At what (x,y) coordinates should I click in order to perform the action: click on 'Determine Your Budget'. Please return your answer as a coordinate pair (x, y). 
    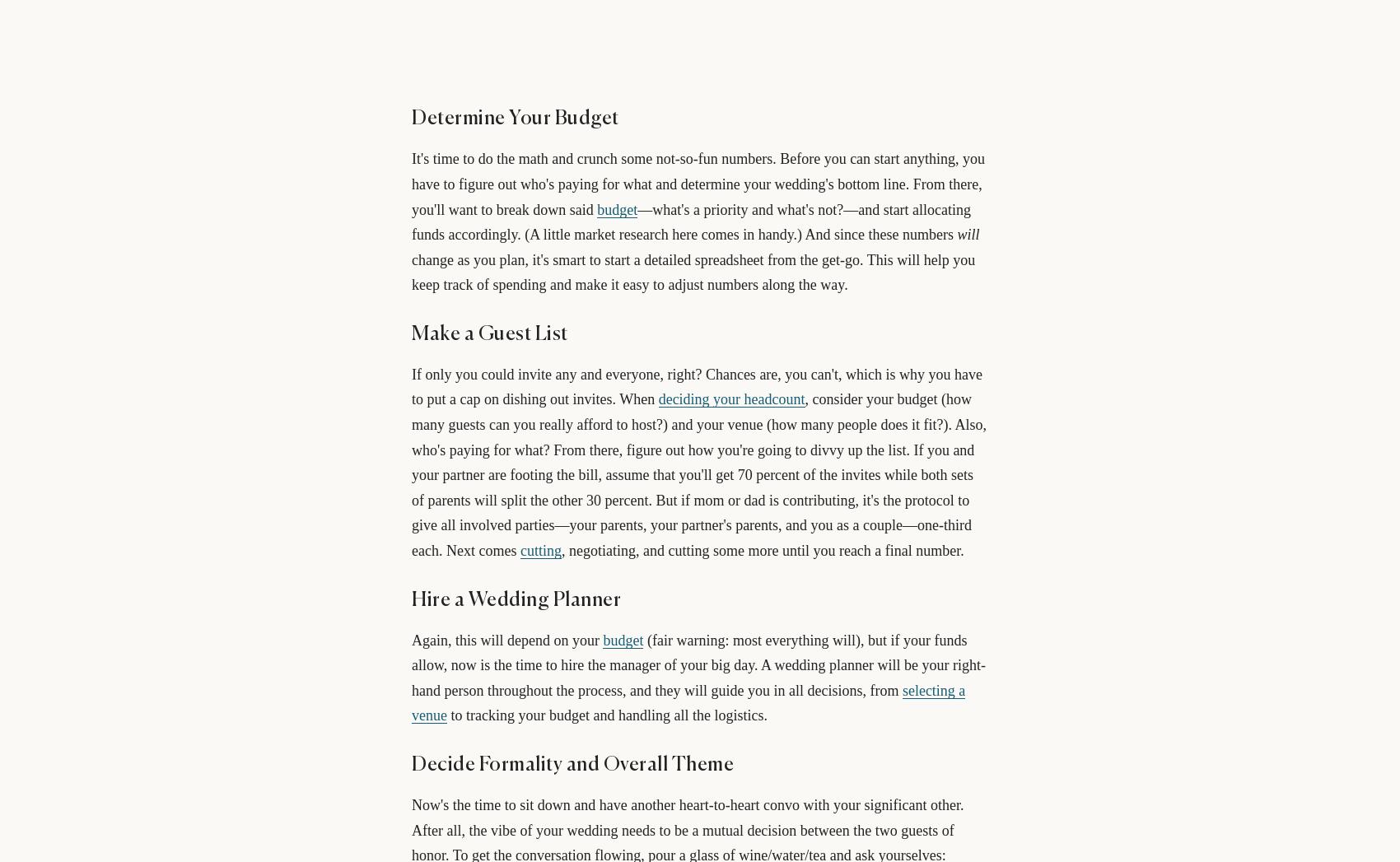
    Looking at the image, I should click on (514, 117).